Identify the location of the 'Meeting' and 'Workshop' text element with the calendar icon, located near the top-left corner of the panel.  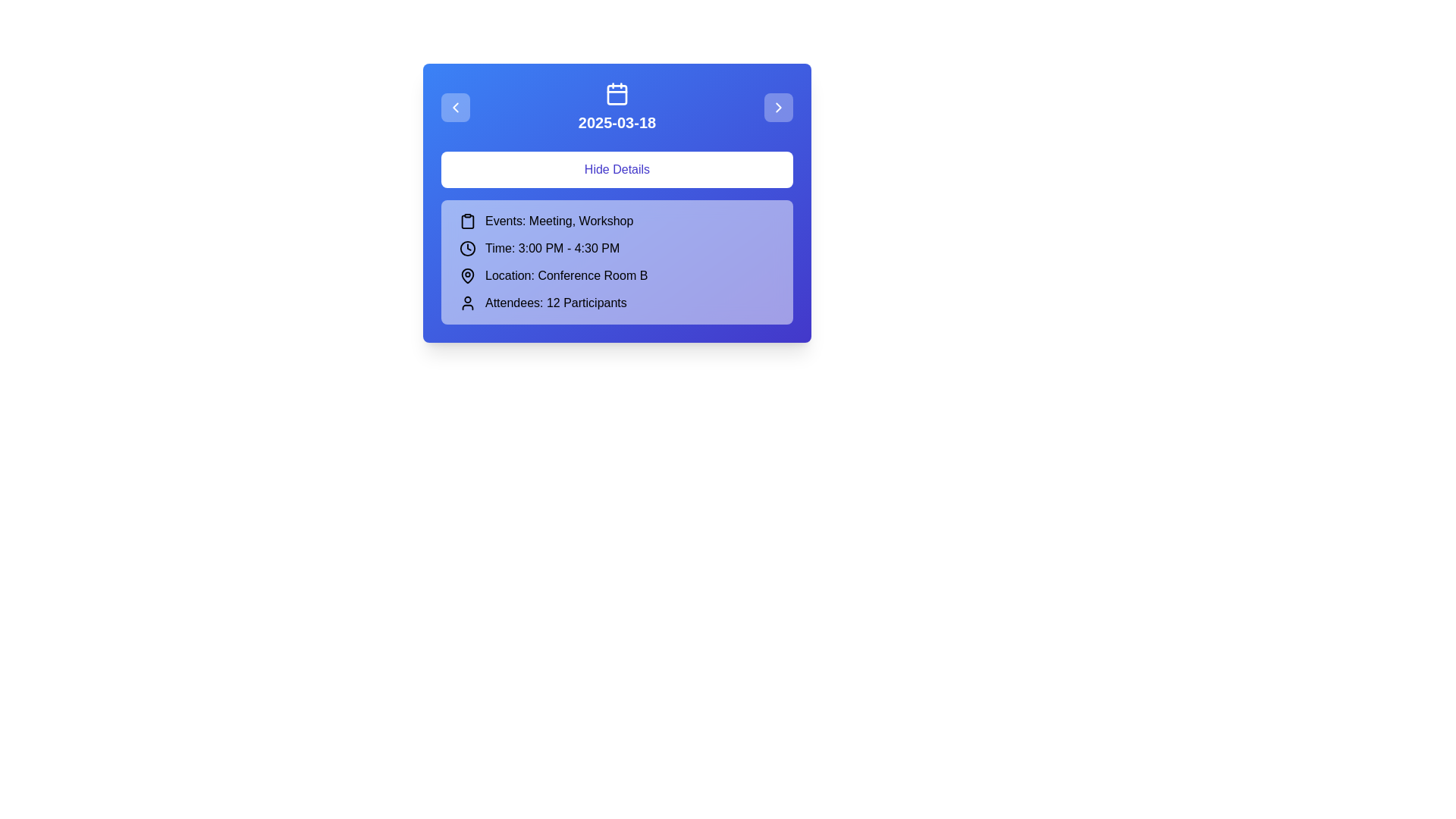
(617, 221).